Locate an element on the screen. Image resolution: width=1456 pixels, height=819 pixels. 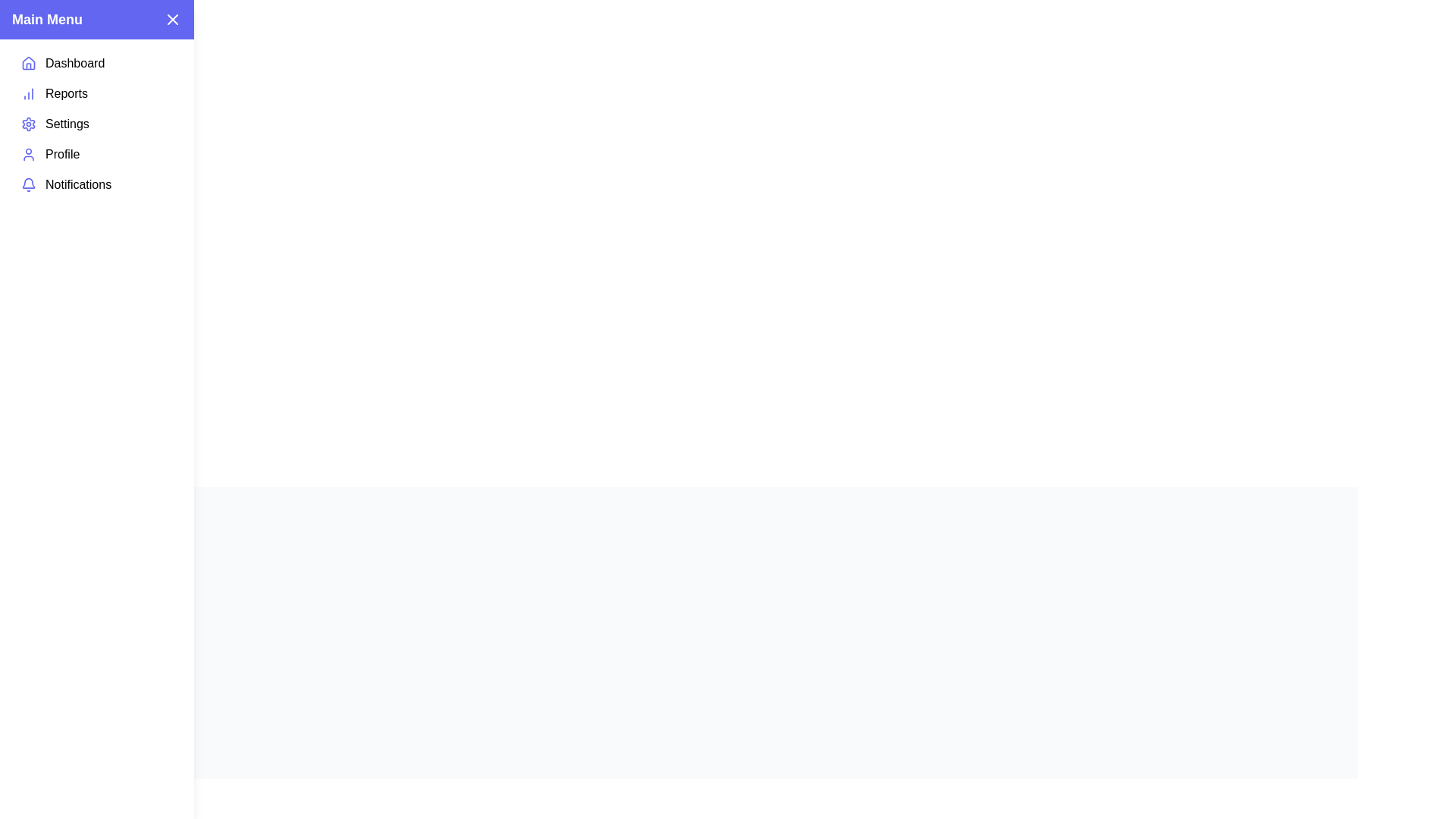
the 'Dashboard' icon in the navigation menu is located at coordinates (29, 63).